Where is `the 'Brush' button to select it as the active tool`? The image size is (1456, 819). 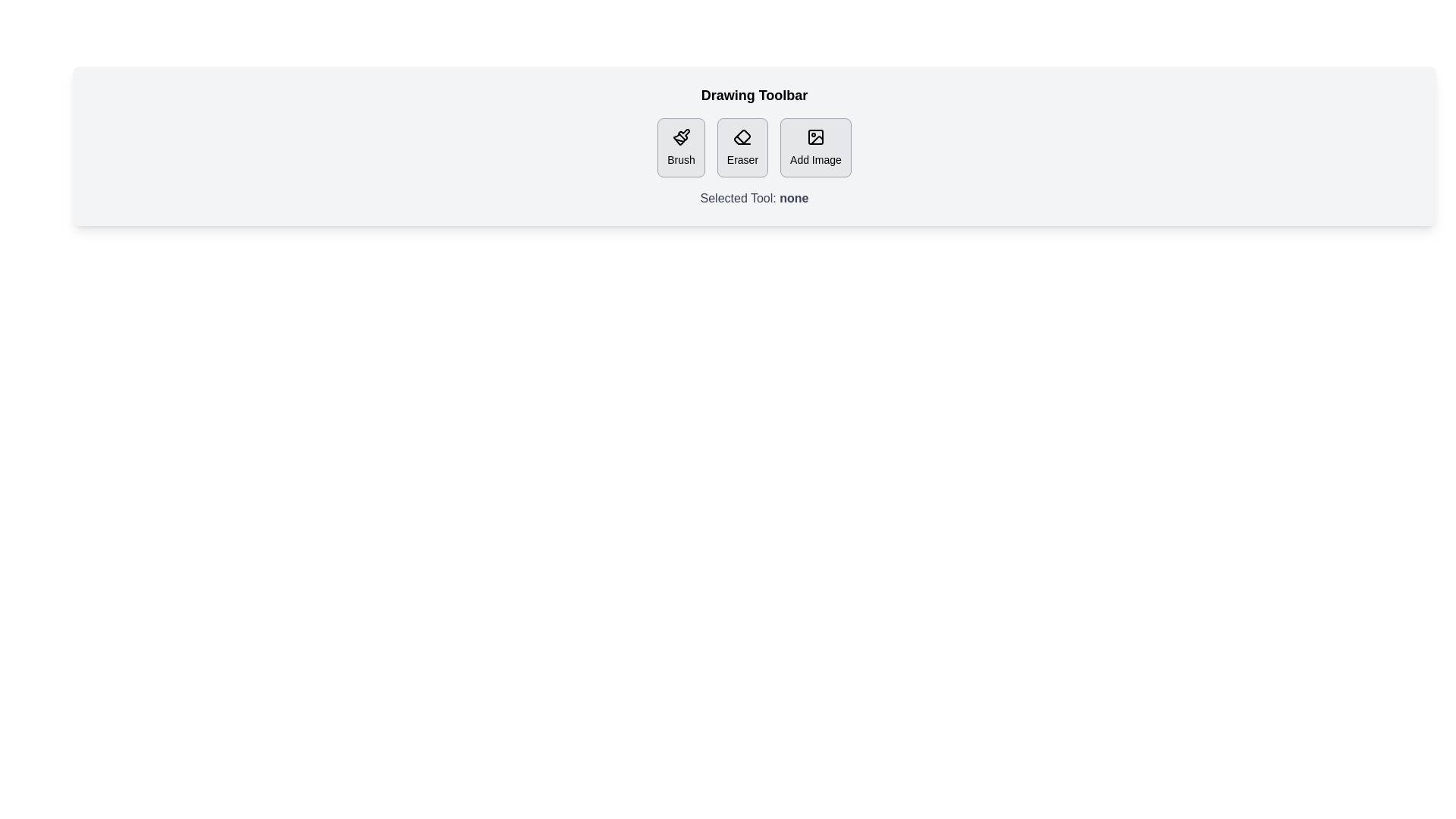
the 'Brush' button to select it as the active tool is located at coordinates (680, 148).